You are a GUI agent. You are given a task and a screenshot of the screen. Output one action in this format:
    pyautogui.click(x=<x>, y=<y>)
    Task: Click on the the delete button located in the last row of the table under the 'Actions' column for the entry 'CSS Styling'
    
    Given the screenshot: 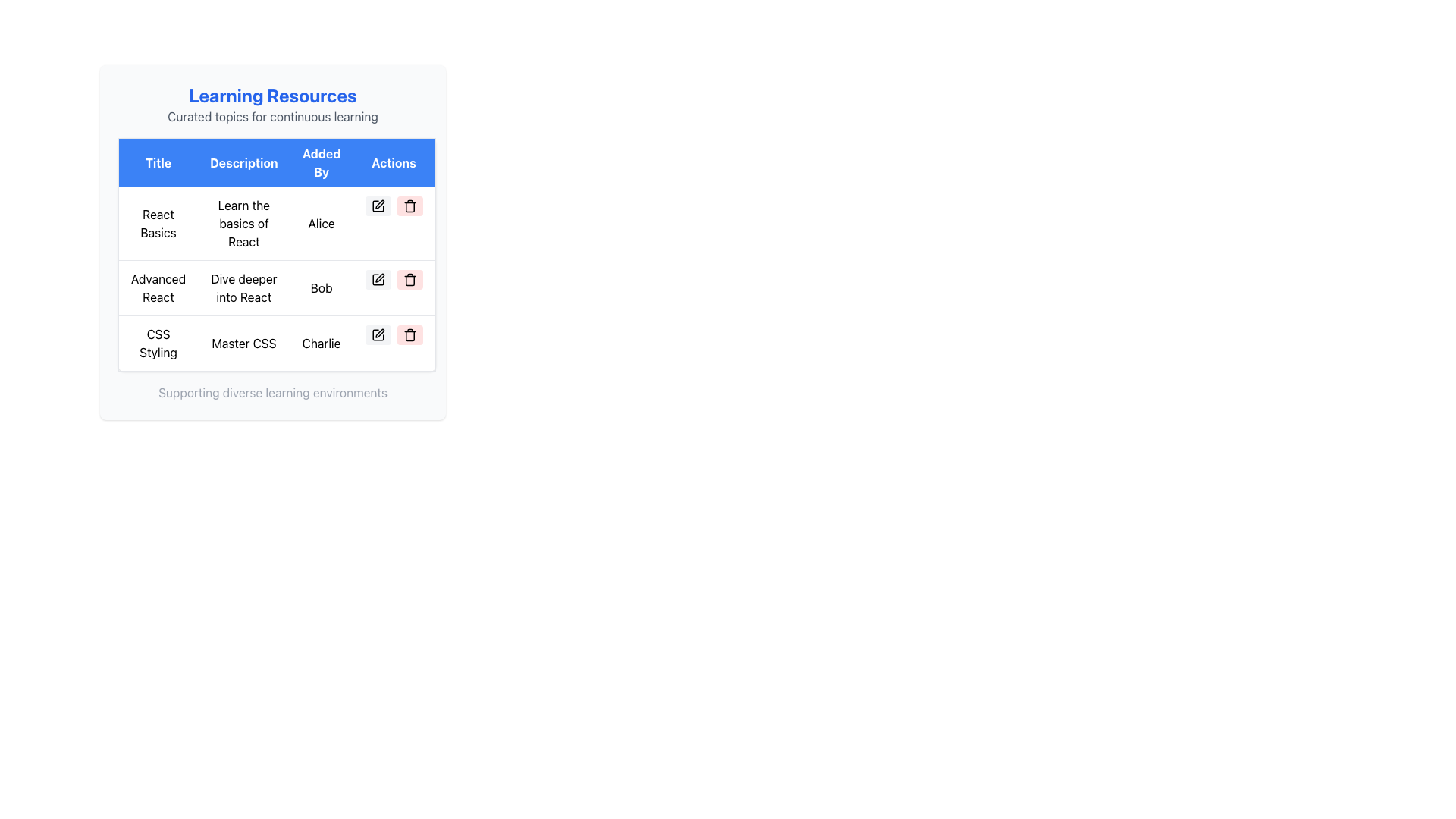 What is the action you would take?
    pyautogui.click(x=409, y=334)
    